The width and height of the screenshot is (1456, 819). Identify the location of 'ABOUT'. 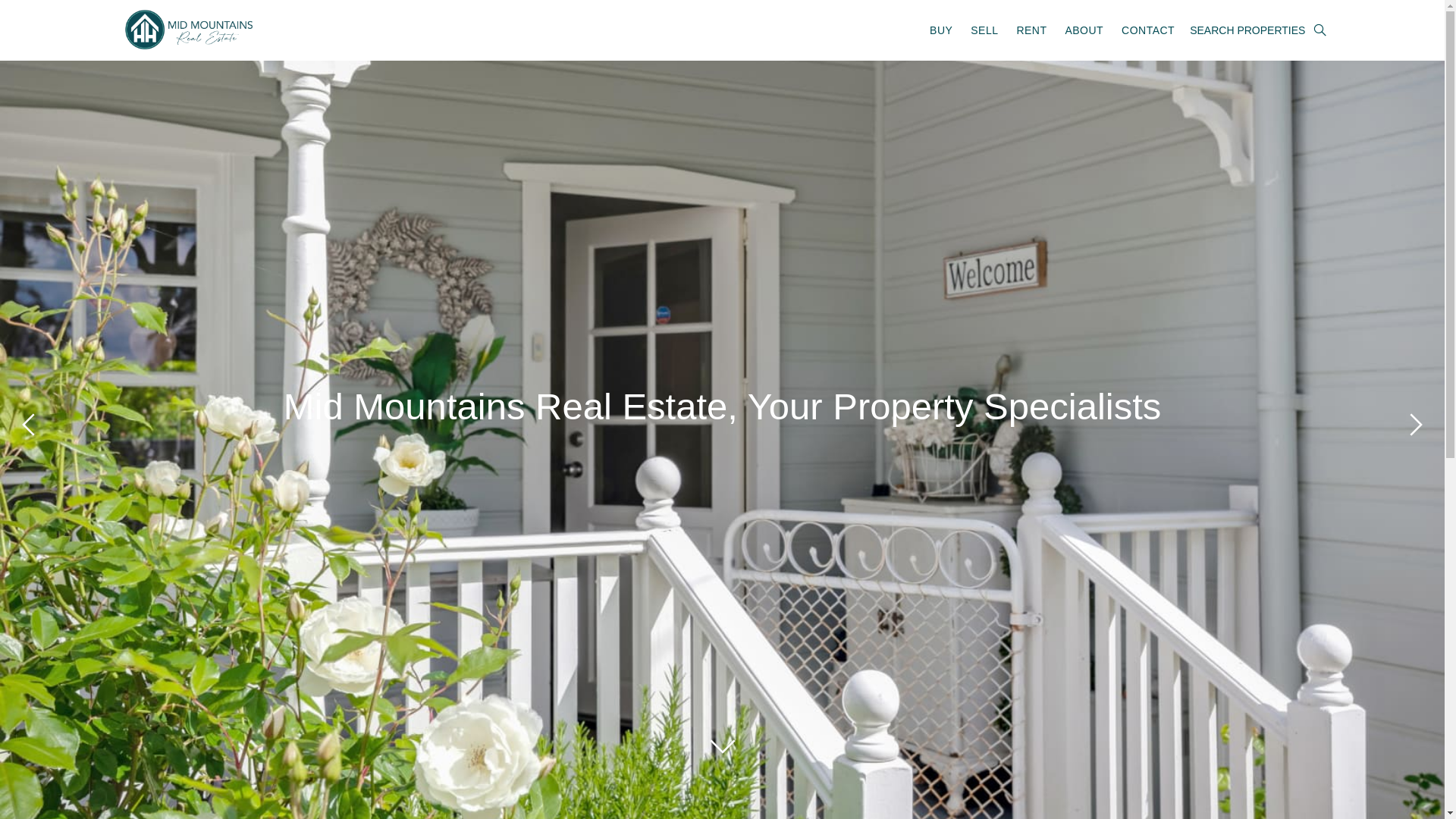
(1056, 30).